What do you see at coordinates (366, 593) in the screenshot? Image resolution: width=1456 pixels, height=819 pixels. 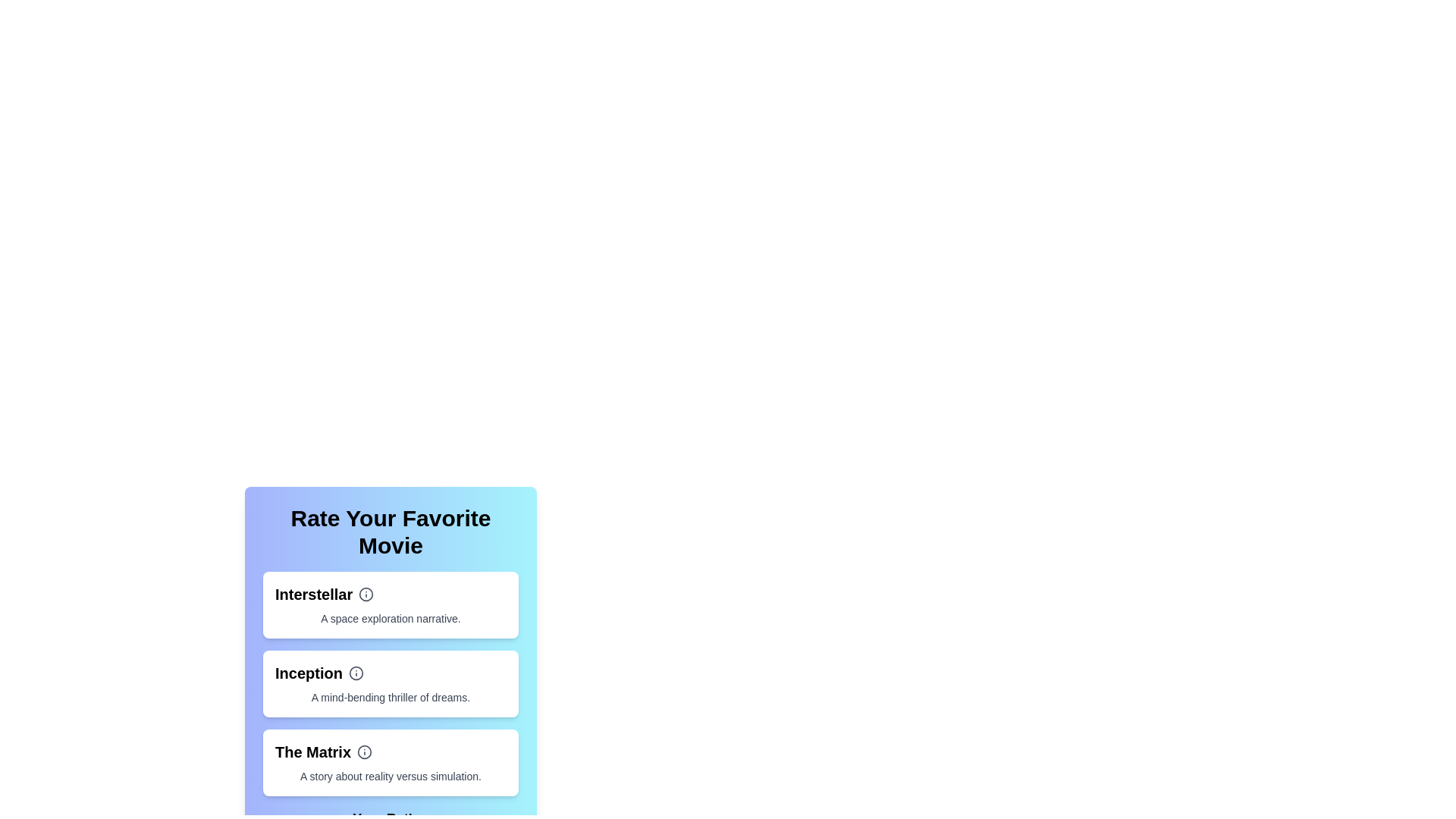 I see `the outer boundary circle of the 'info' icon associated with the 'Interstellar' movie` at bounding box center [366, 593].